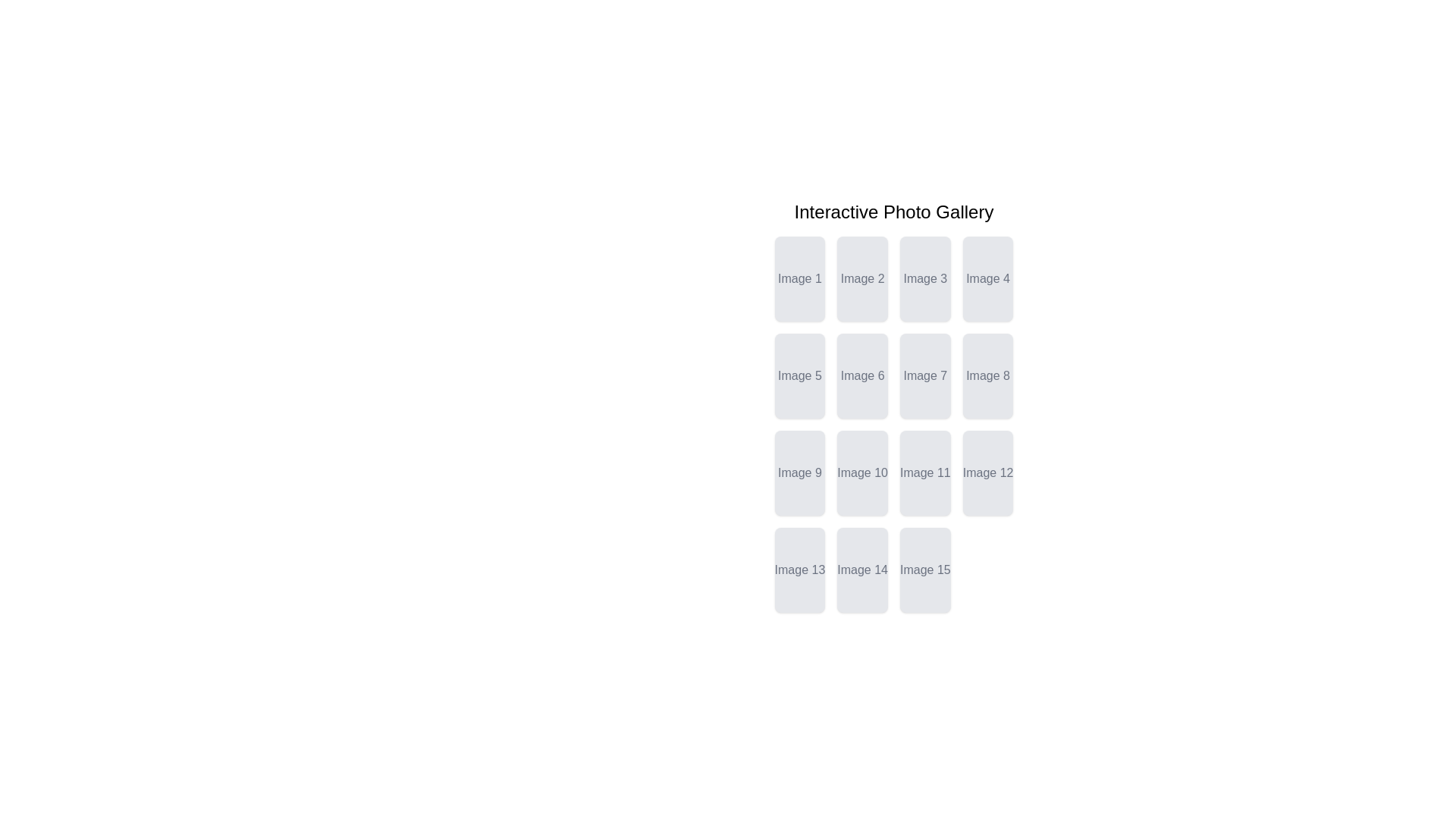 This screenshot has width=1456, height=819. I want to click on the text label '0 Comment' which is displayed in white text on a dark background at the bottom center of the box containing 'Image 11', so click(924, 485).